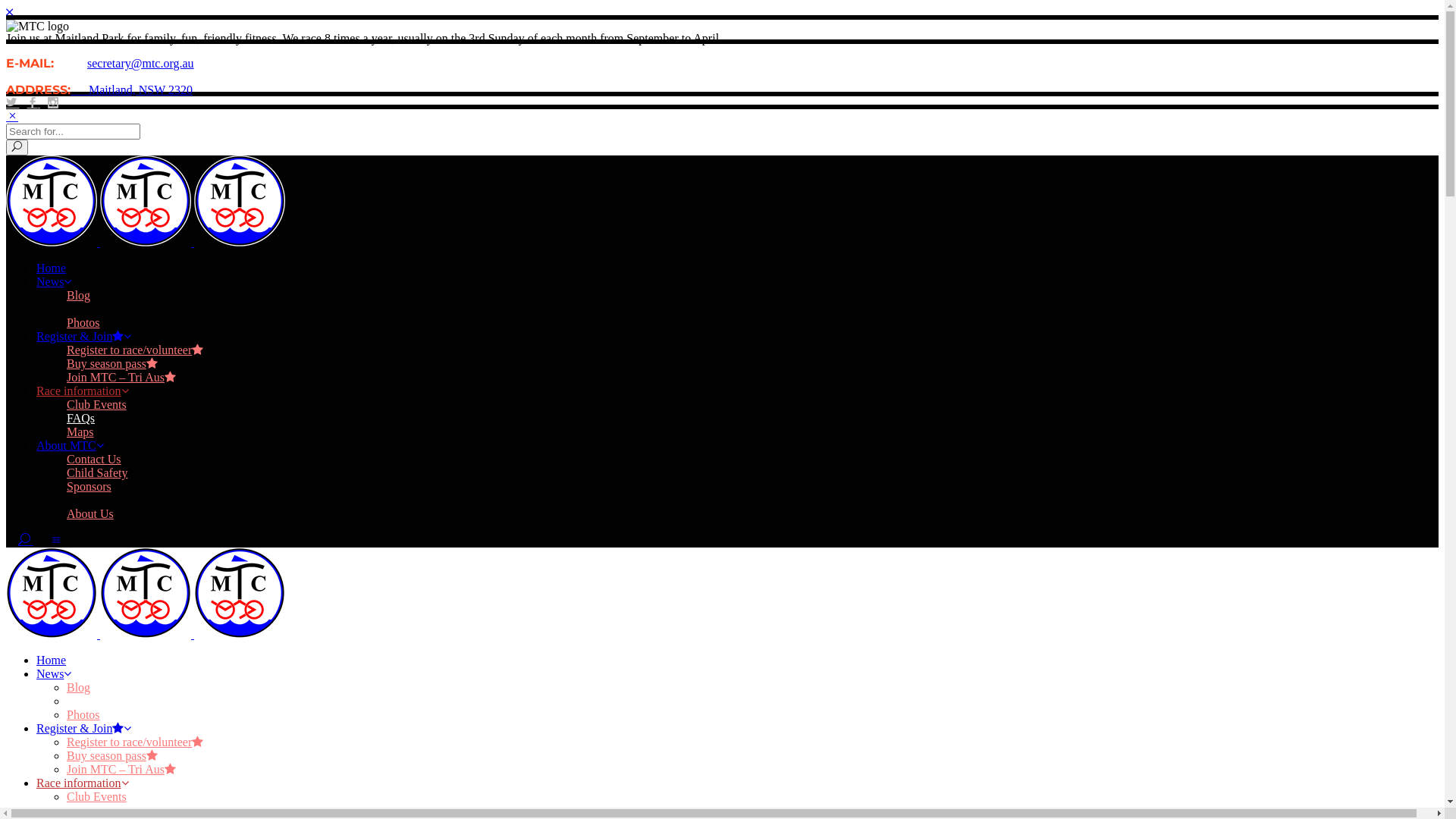 The image size is (1456, 819). I want to click on 'Blog', so click(77, 295).